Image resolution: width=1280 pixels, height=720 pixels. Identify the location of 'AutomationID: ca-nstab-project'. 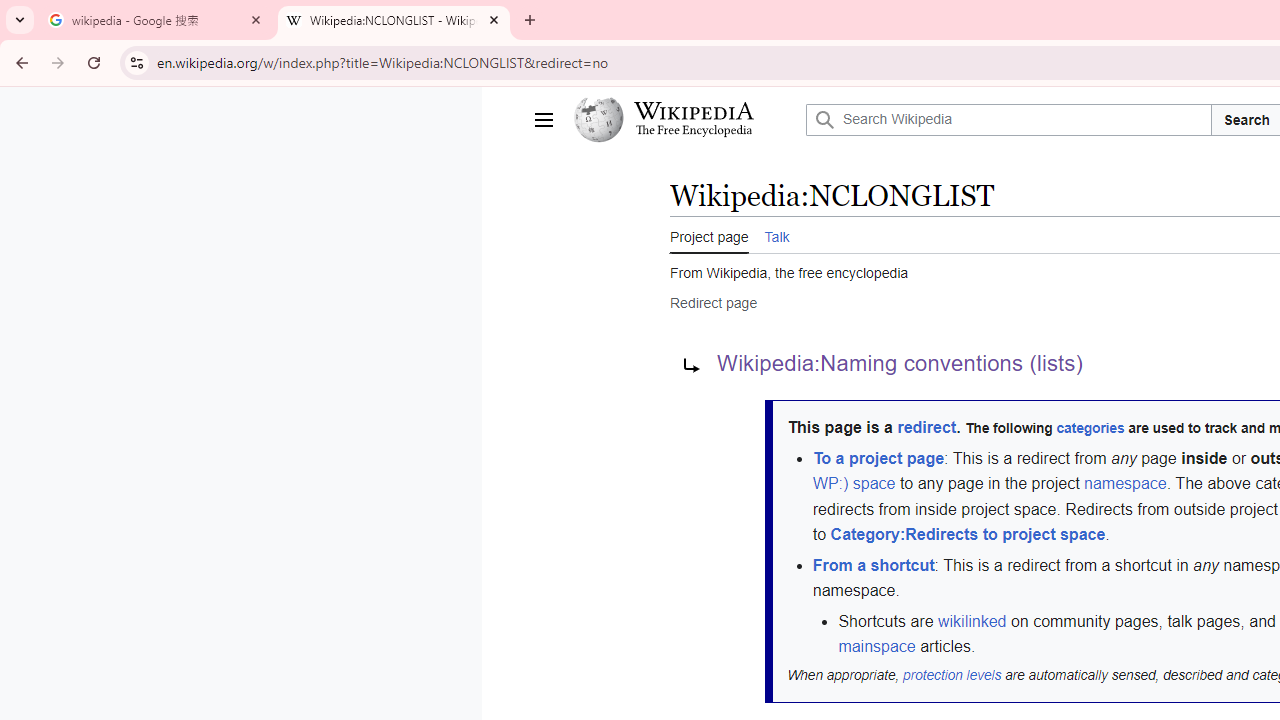
(709, 233).